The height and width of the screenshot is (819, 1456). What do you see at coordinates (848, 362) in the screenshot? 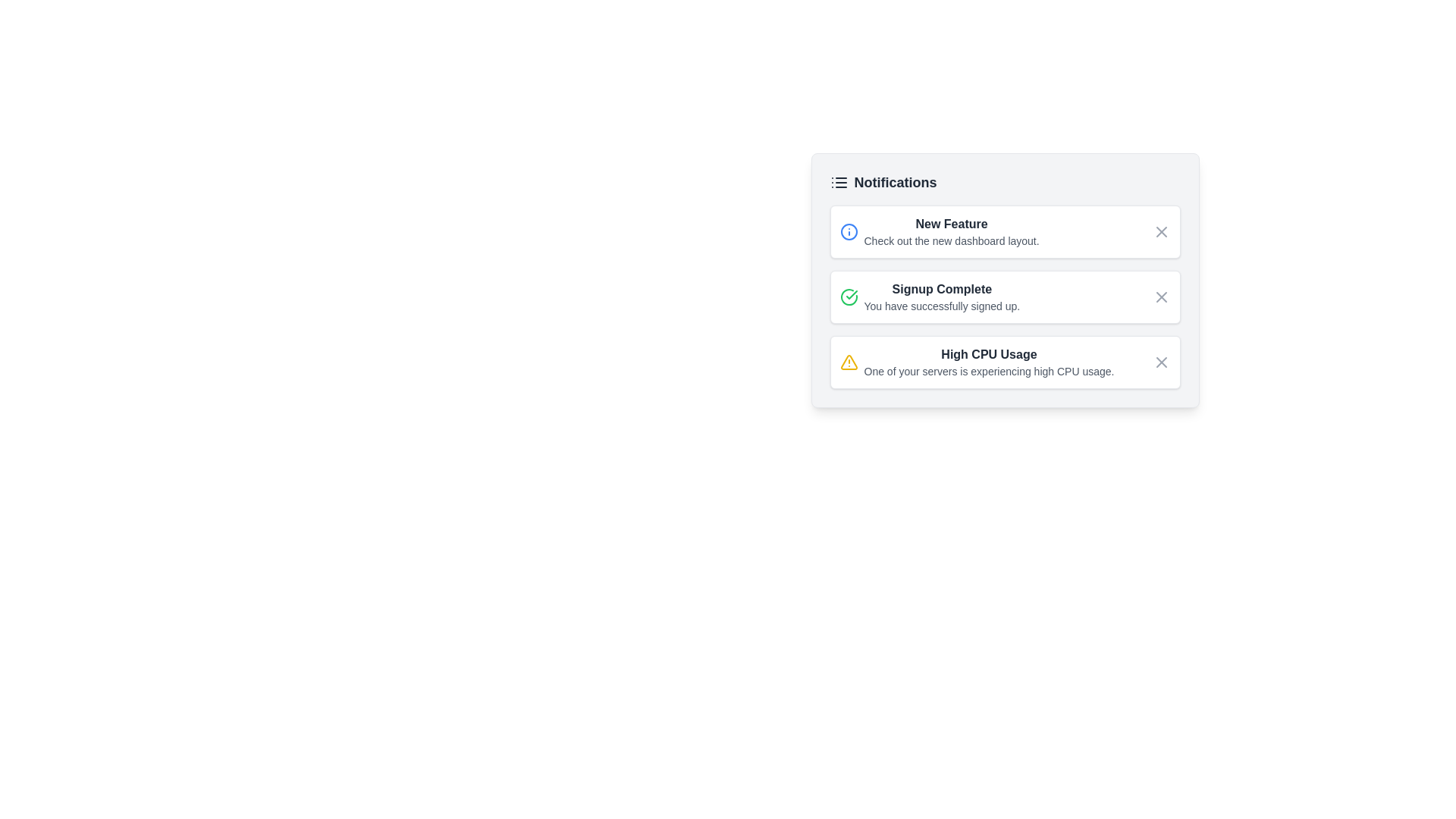
I see `the yellow triangular warning icon with an exclamation mark, which is part of a notification message indicating 'High CPU Usage'` at bounding box center [848, 362].